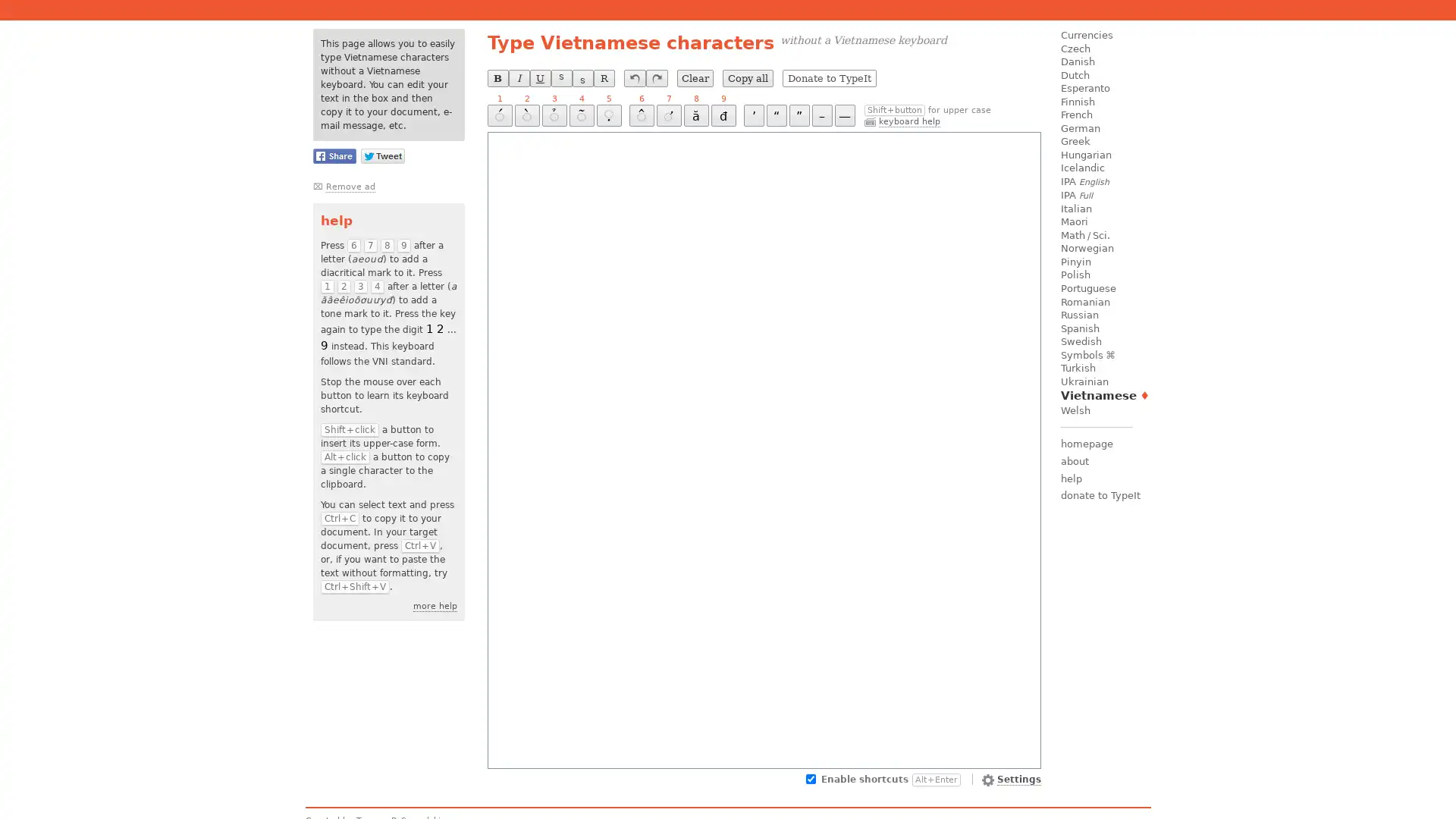 This screenshot has height=819, width=1456. I want to click on Share this page on Facebook, so click(333, 155).